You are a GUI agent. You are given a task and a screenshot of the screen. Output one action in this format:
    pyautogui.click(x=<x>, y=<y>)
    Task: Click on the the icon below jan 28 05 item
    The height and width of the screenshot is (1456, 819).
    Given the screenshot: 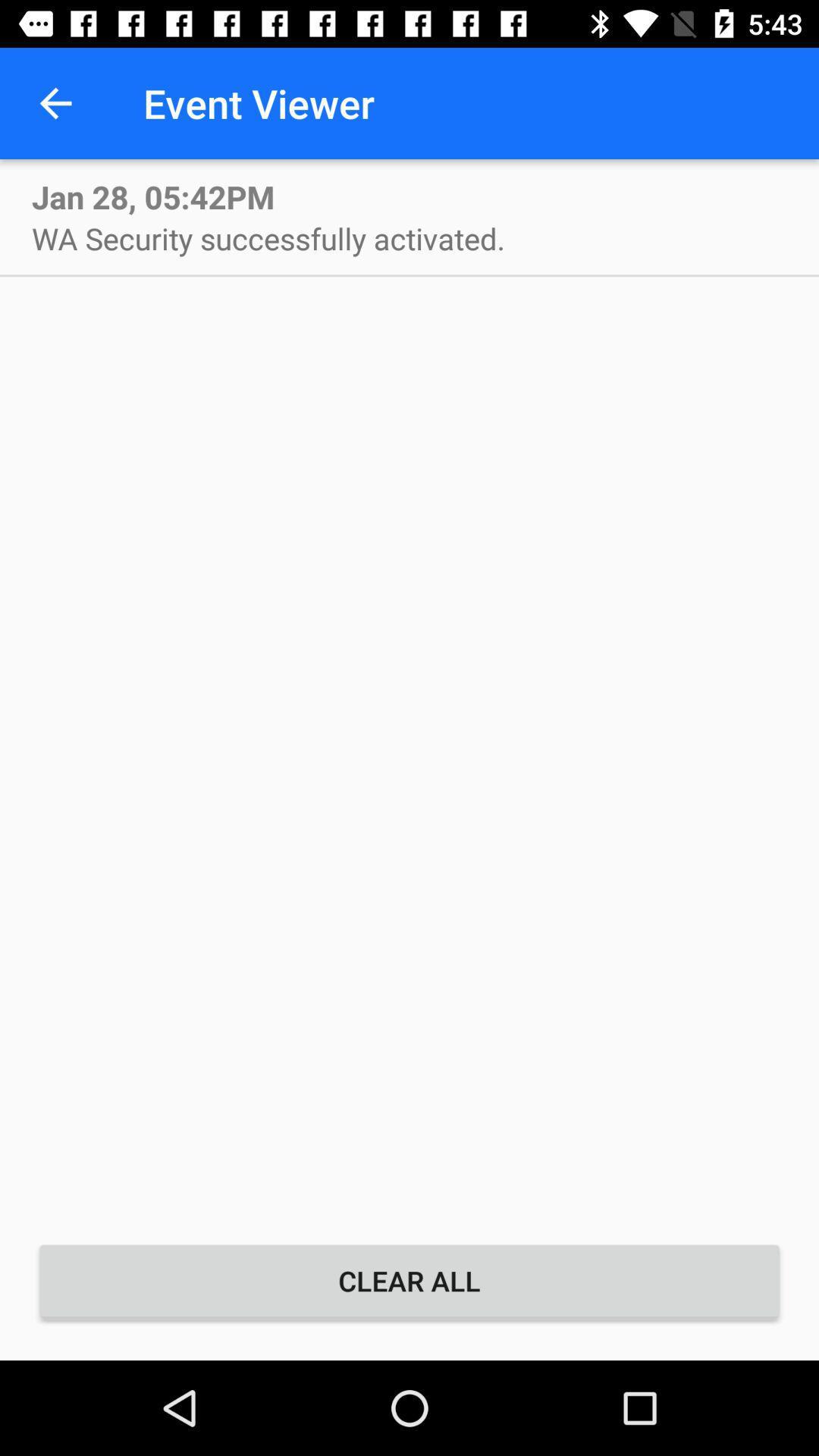 What is the action you would take?
    pyautogui.click(x=268, y=237)
    